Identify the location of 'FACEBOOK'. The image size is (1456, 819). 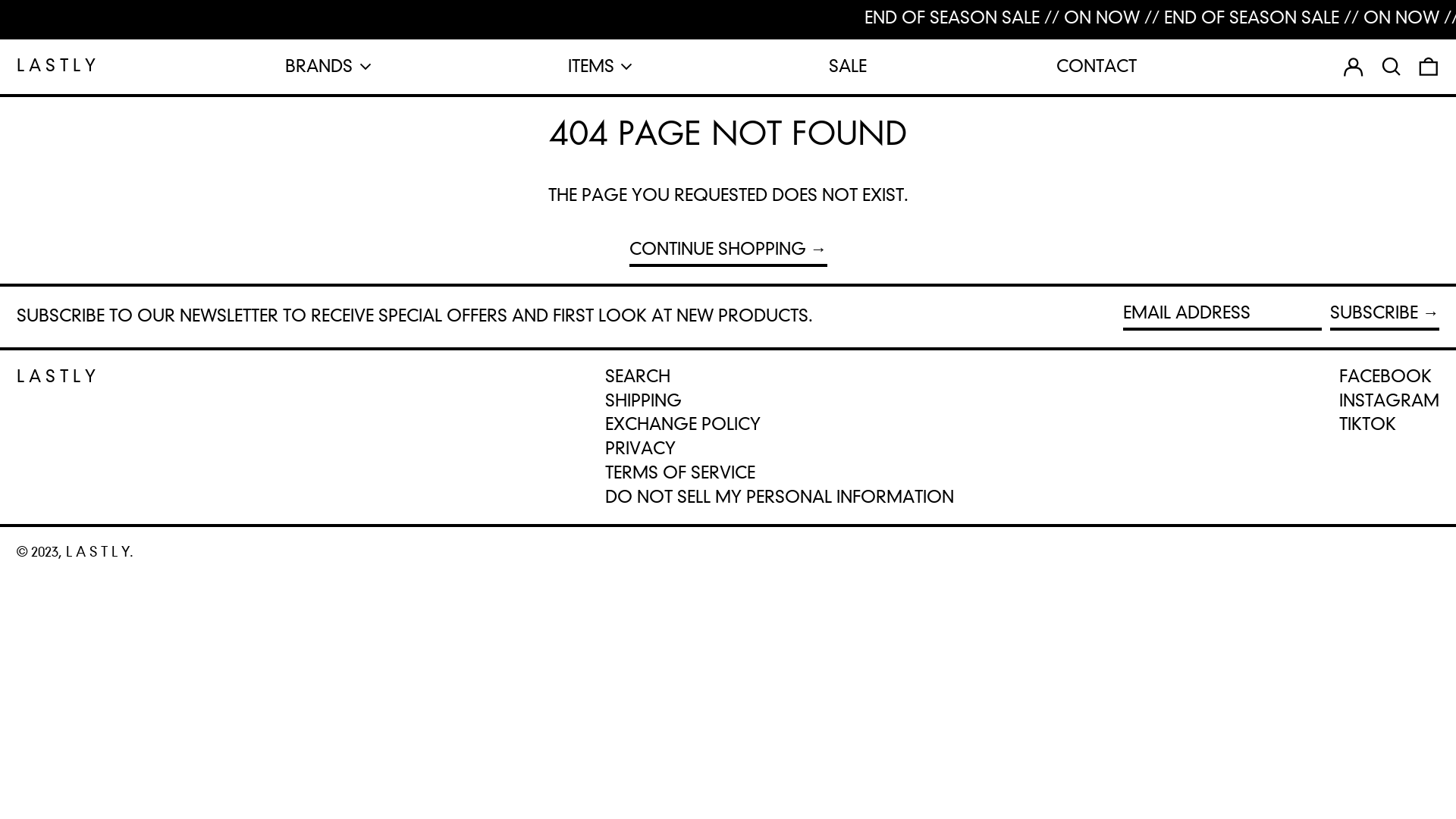
(1385, 376).